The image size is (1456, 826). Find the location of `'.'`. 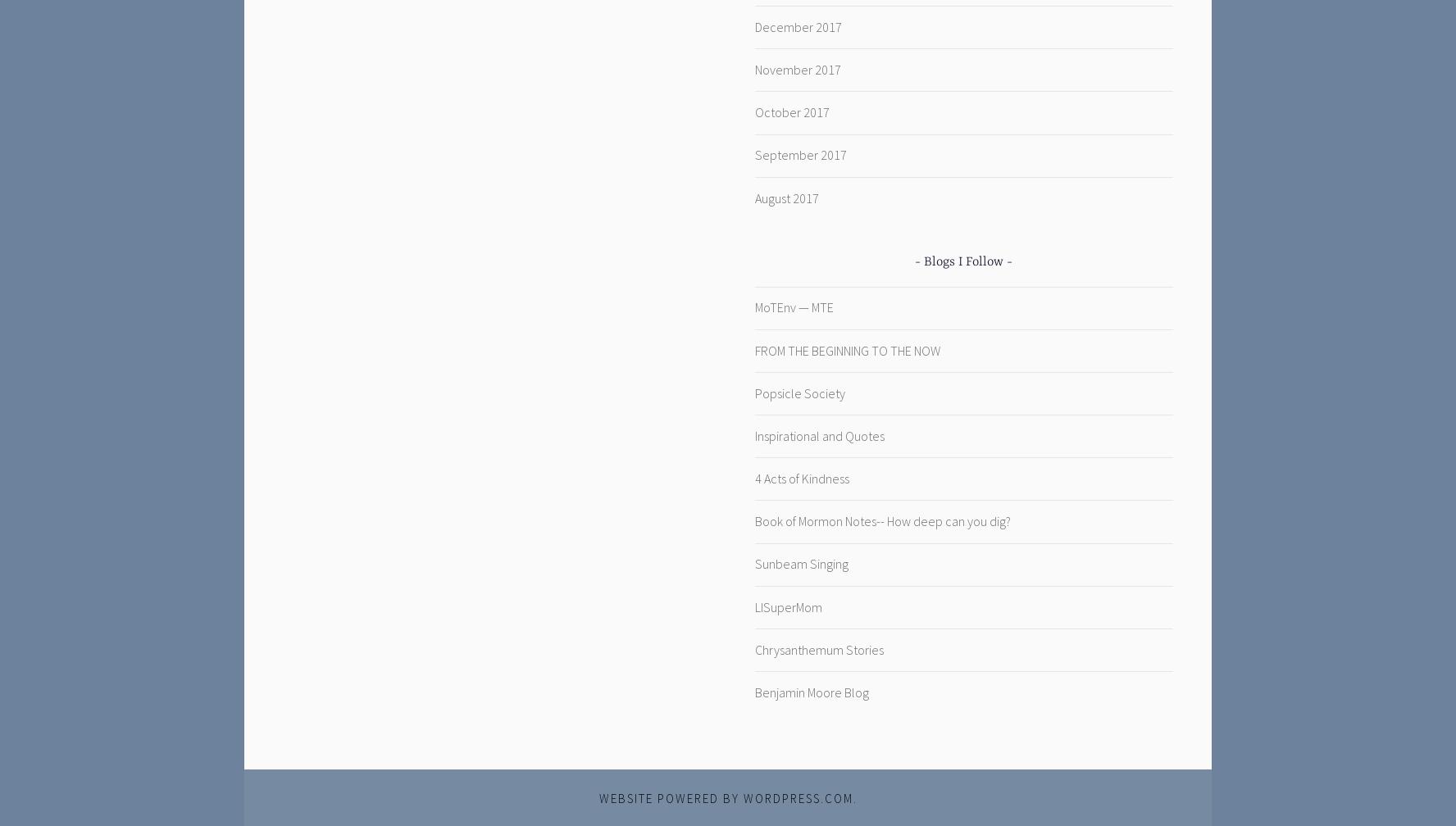

'.' is located at coordinates (853, 797).